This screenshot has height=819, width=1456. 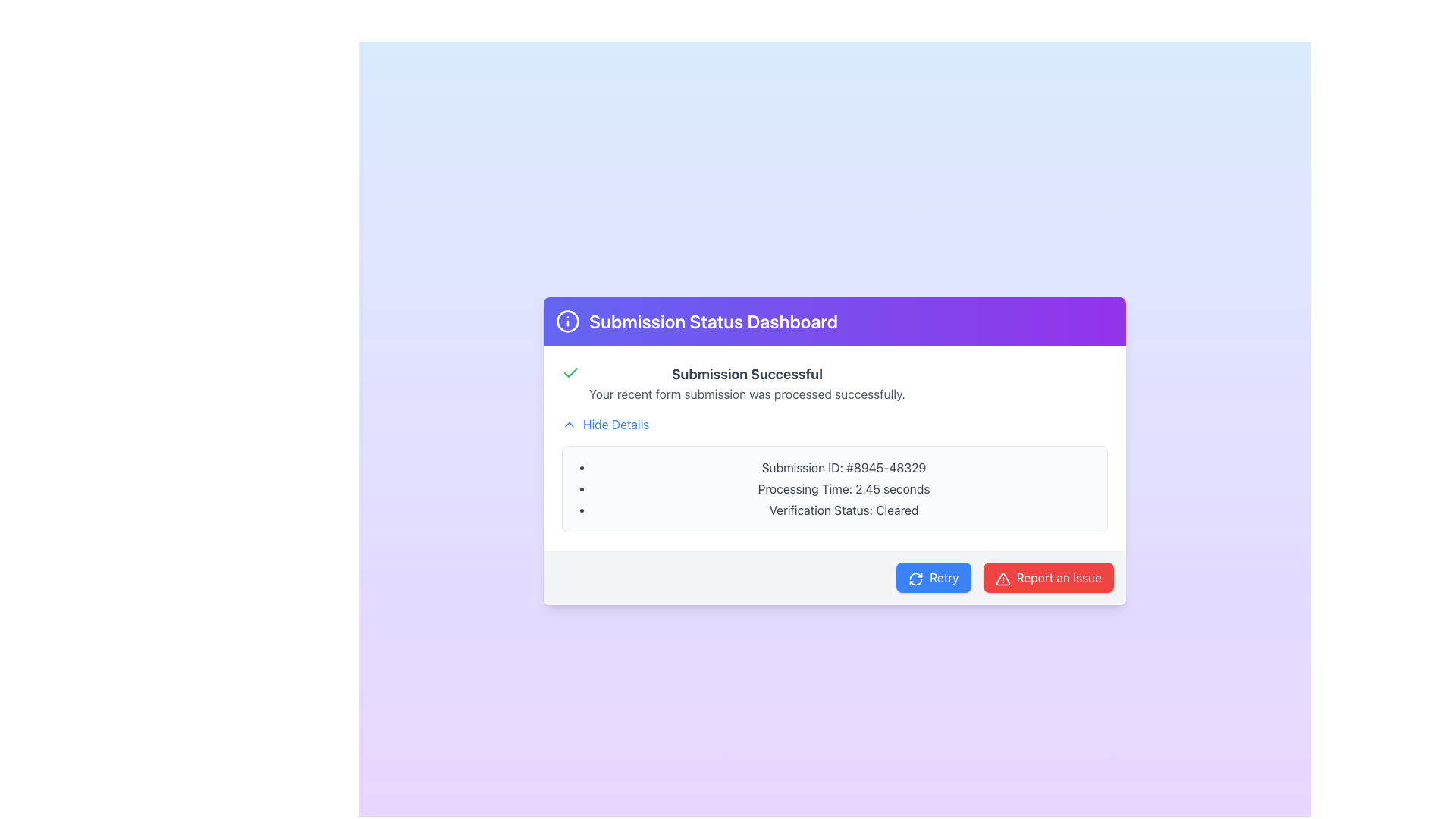 I want to click on notification message confirming the successful submission of the form, which is located in the 'Submission Status Dashboard' above the 'Hide Details' link, so click(x=833, y=382).